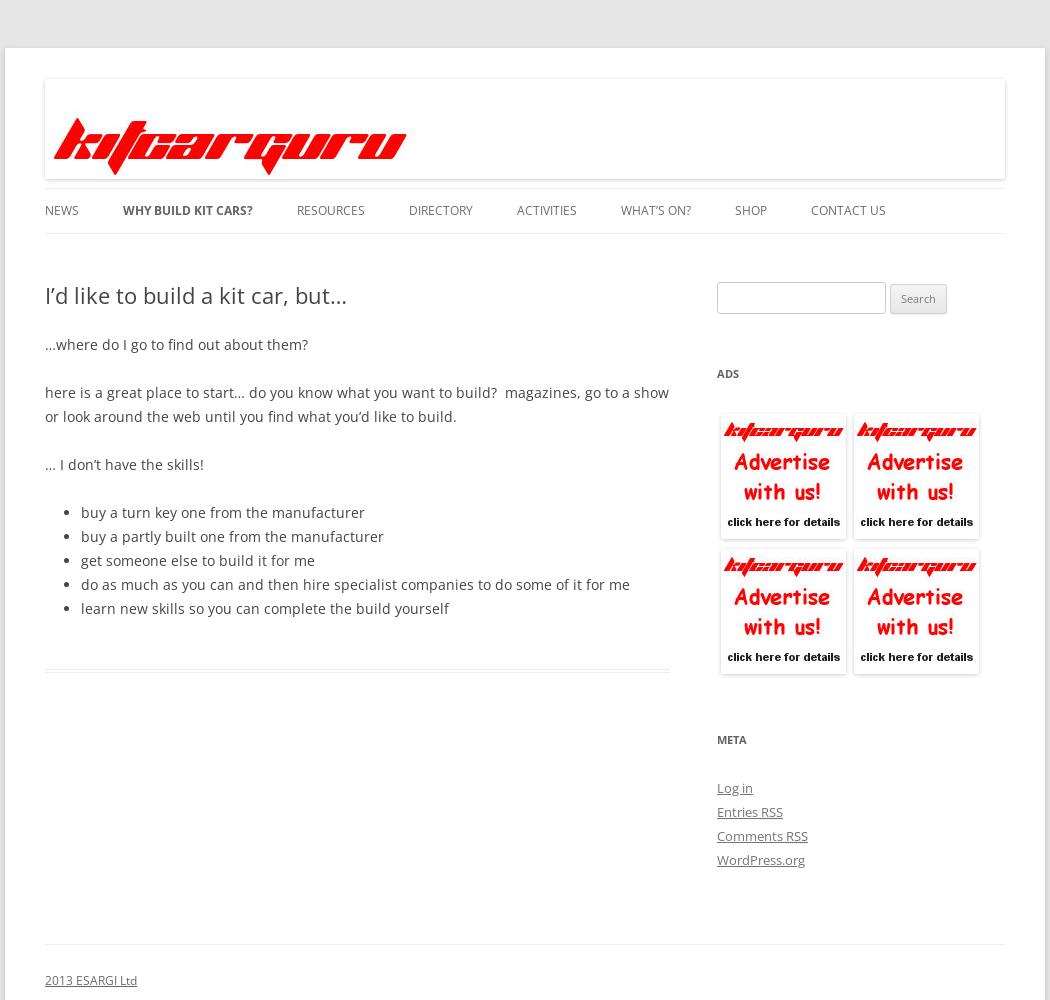  Describe the element at coordinates (734, 788) in the screenshot. I see `'Log in'` at that location.